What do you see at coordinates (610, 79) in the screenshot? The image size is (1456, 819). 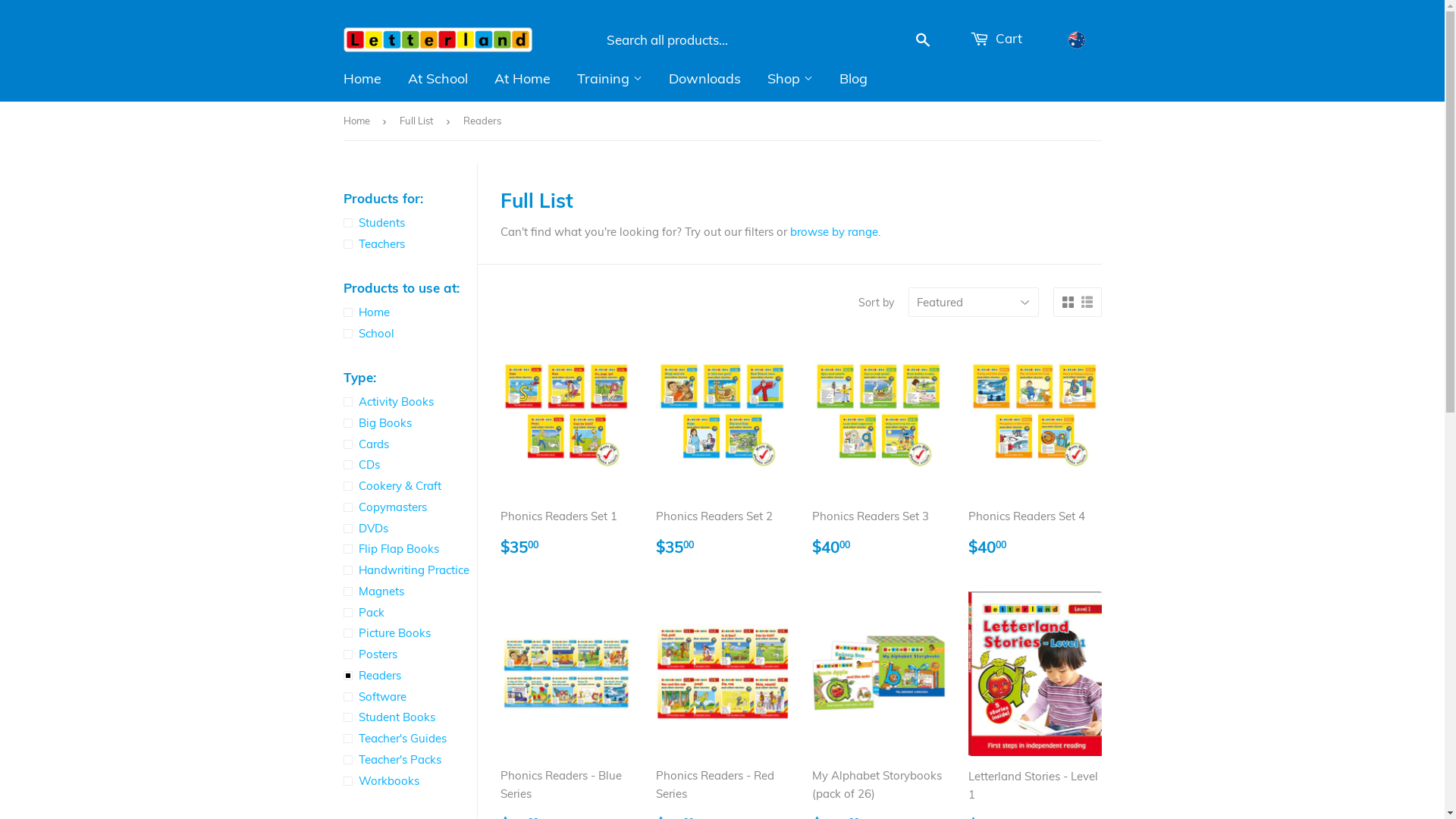 I see `'Training'` at bounding box center [610, 79].